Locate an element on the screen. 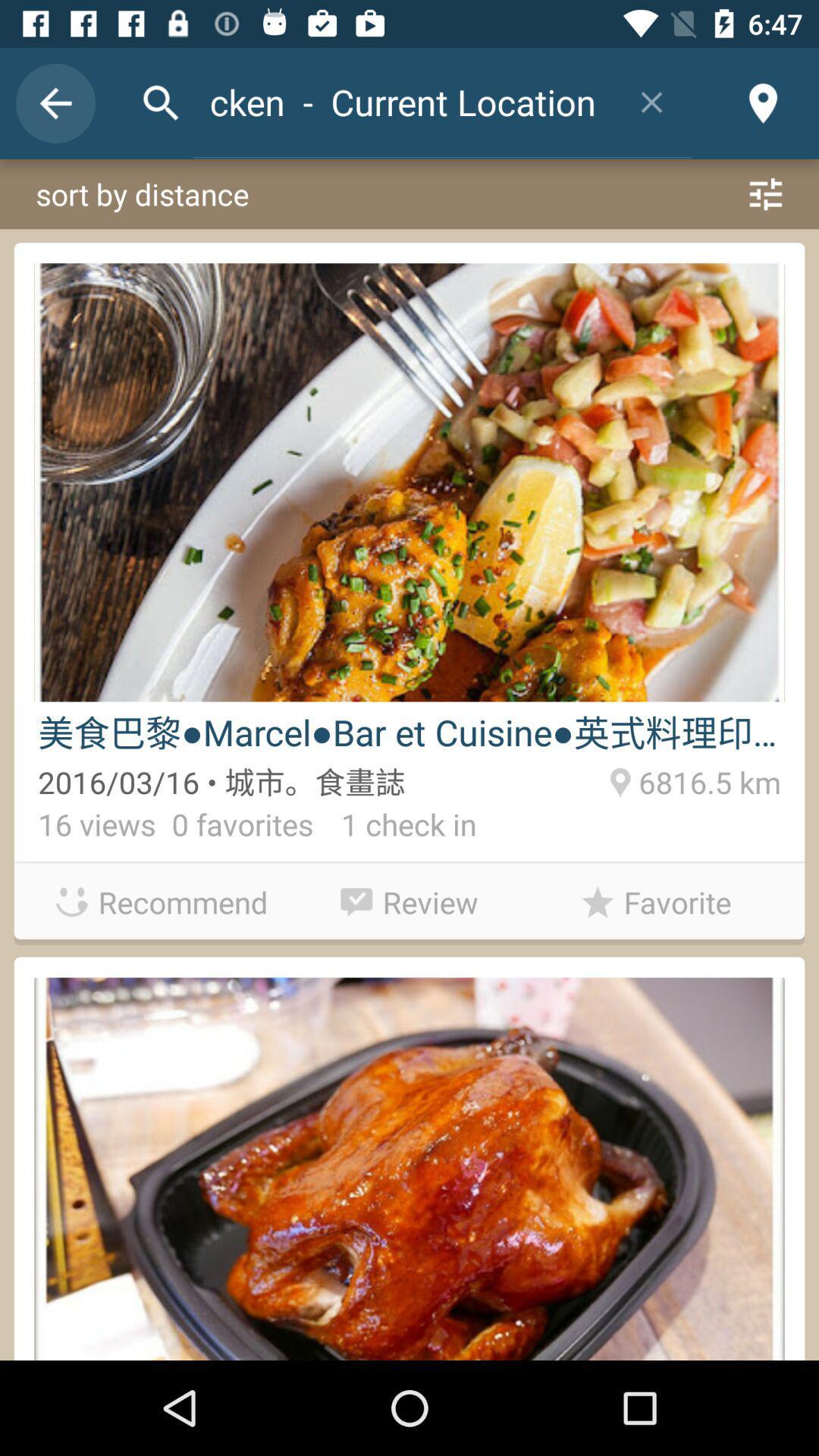 The width and height of the screenshot is (819, 1456). item to the right of the recommend item is located at coordinates (409, 898).